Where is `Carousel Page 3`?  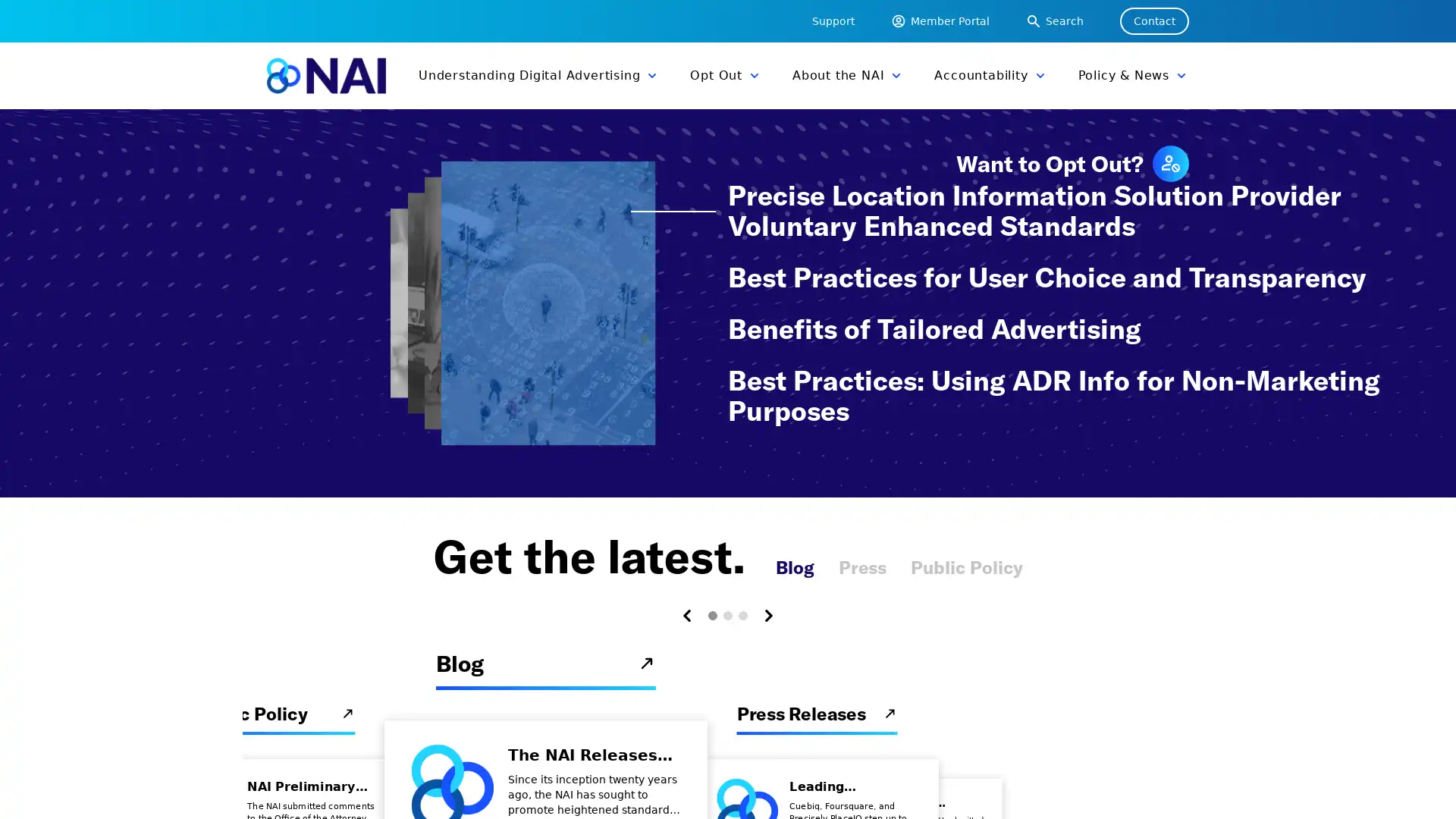 Carousel Page 3 is located at coordinates (742, 616).